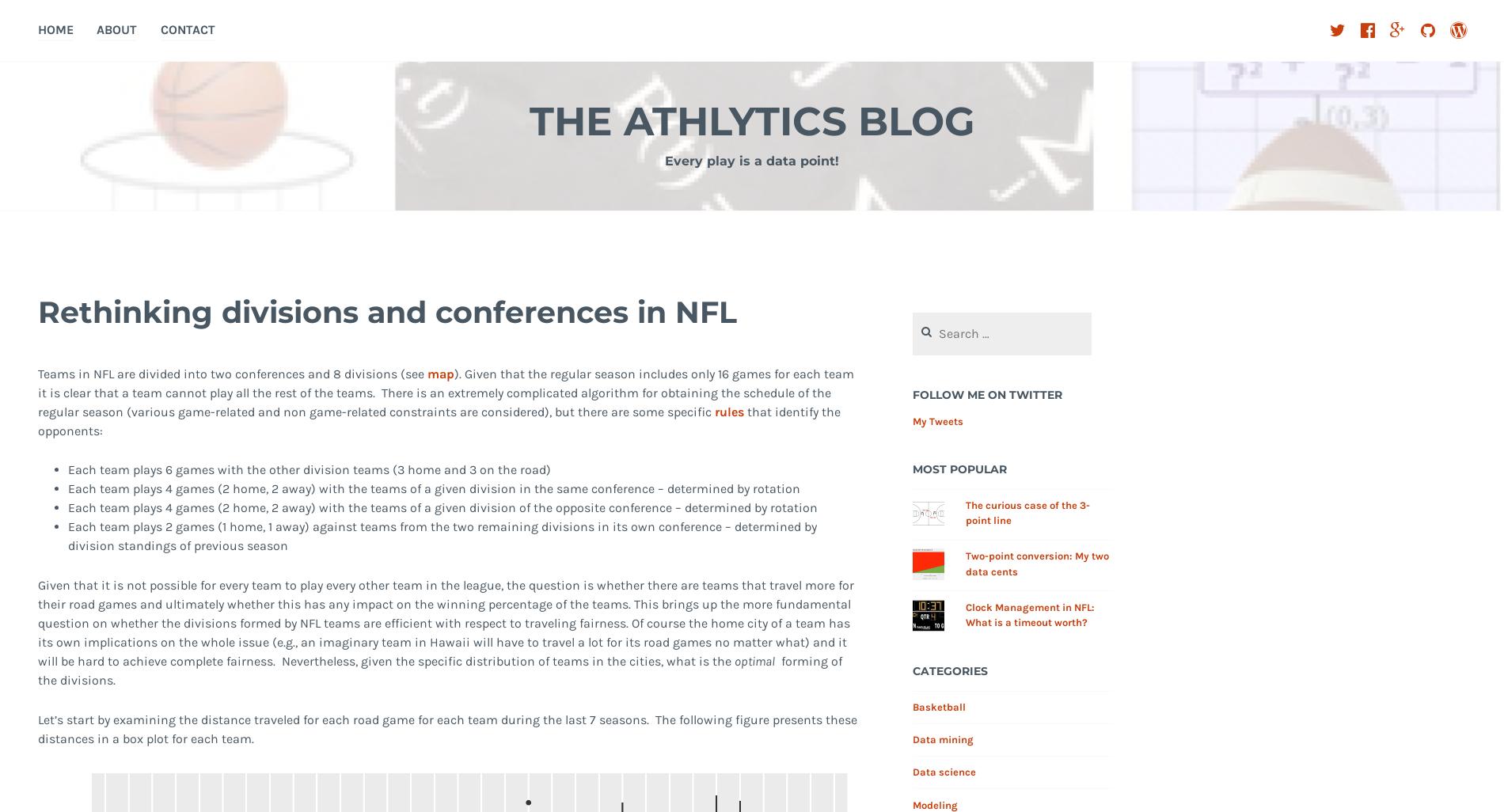  Describe the element at coordinates (959, 469) in the screenshot. I see `'Most Popular'` at that location.